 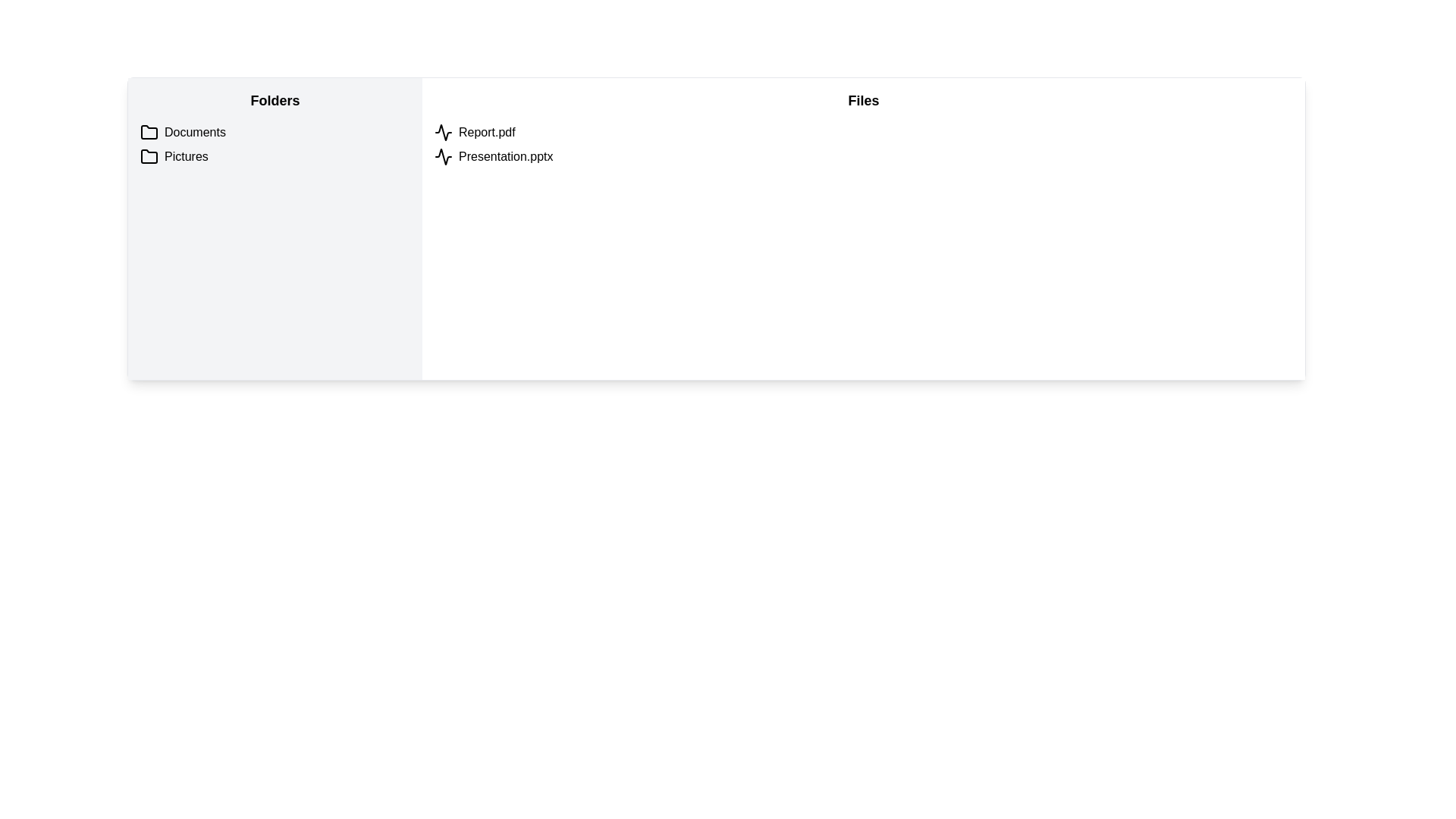 What do you see at coordinates (149, 131) in the screenshot?
I see `the topmost folder icon in the 'Folders' column, which is positioned directly to the left of the text label 'Documents'` at bounding box center [149, 131].